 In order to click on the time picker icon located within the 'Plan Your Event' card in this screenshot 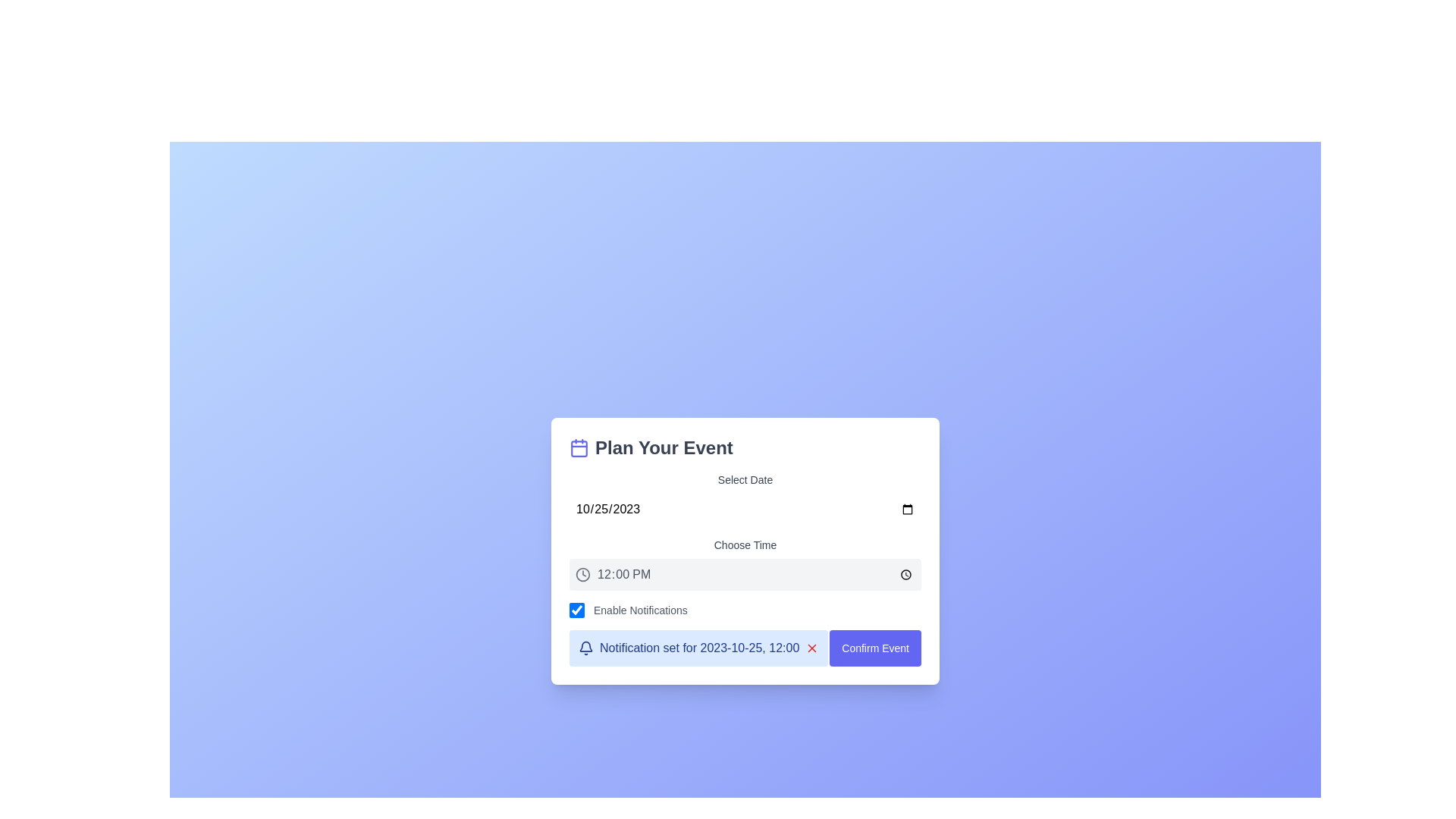, I will do `click(745, 564)`.